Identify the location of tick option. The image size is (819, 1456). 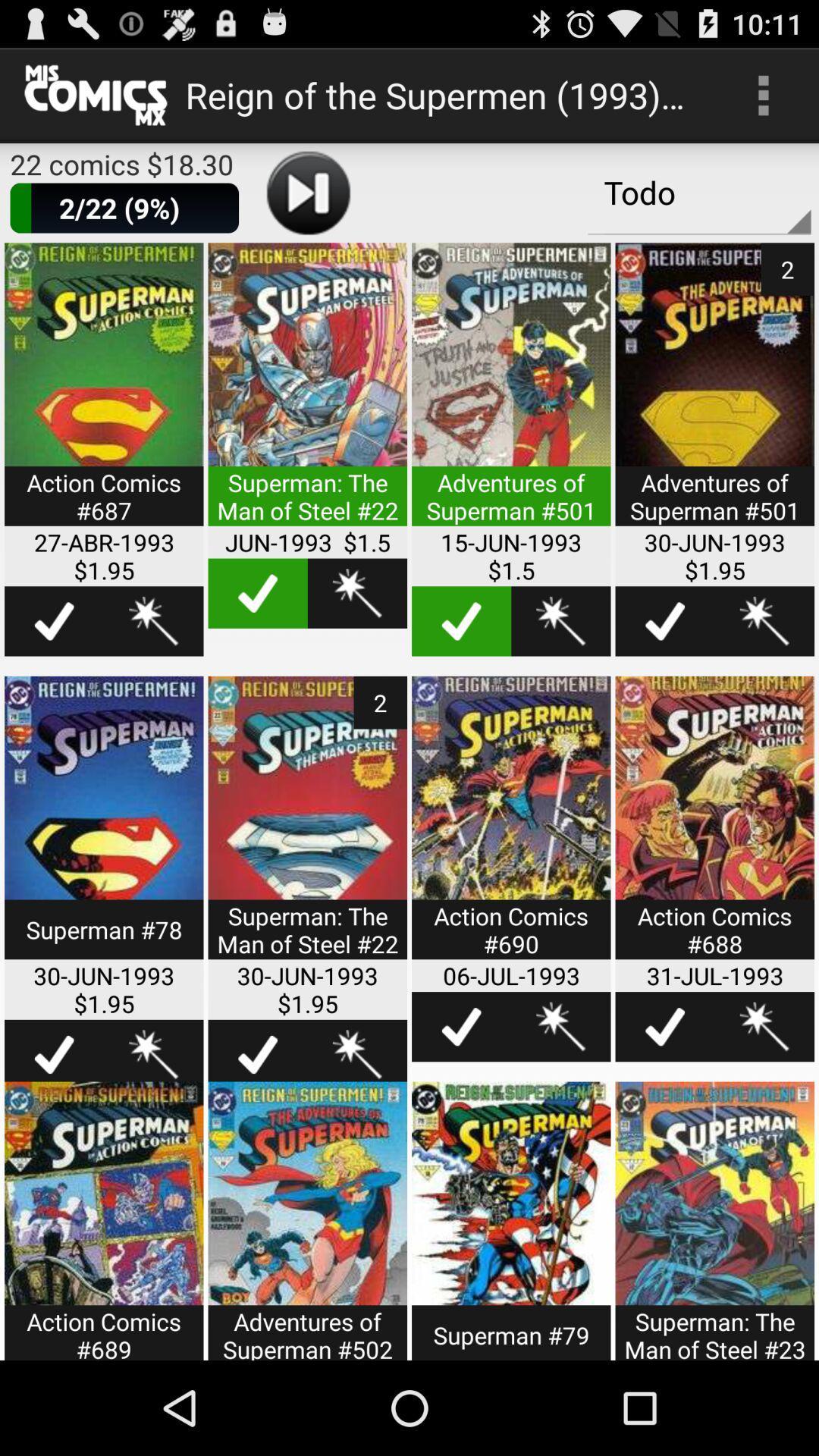
(664, 621).